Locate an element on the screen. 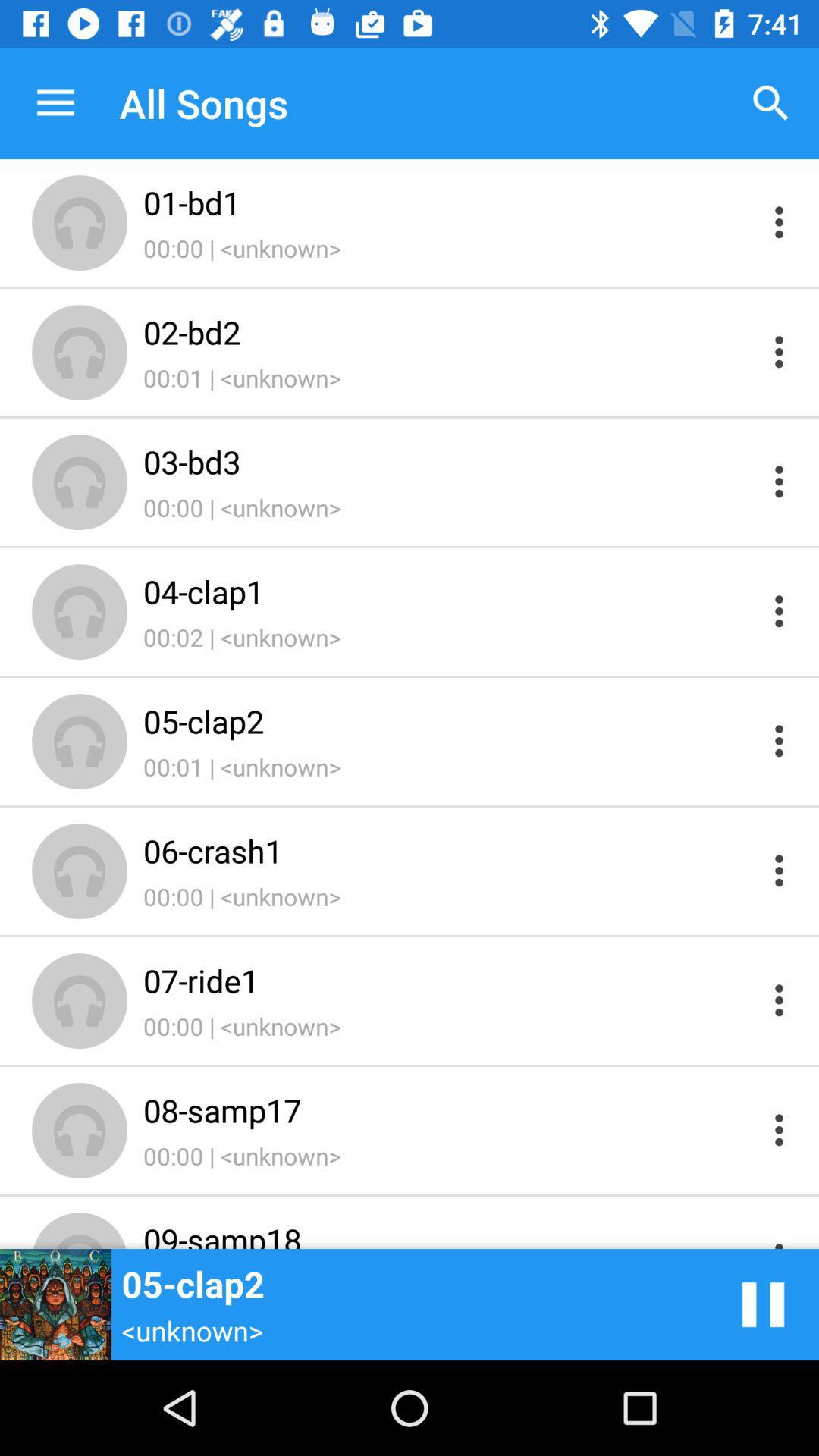  icon next to 06-crash1 icon is located at coordinates (763, 1304).